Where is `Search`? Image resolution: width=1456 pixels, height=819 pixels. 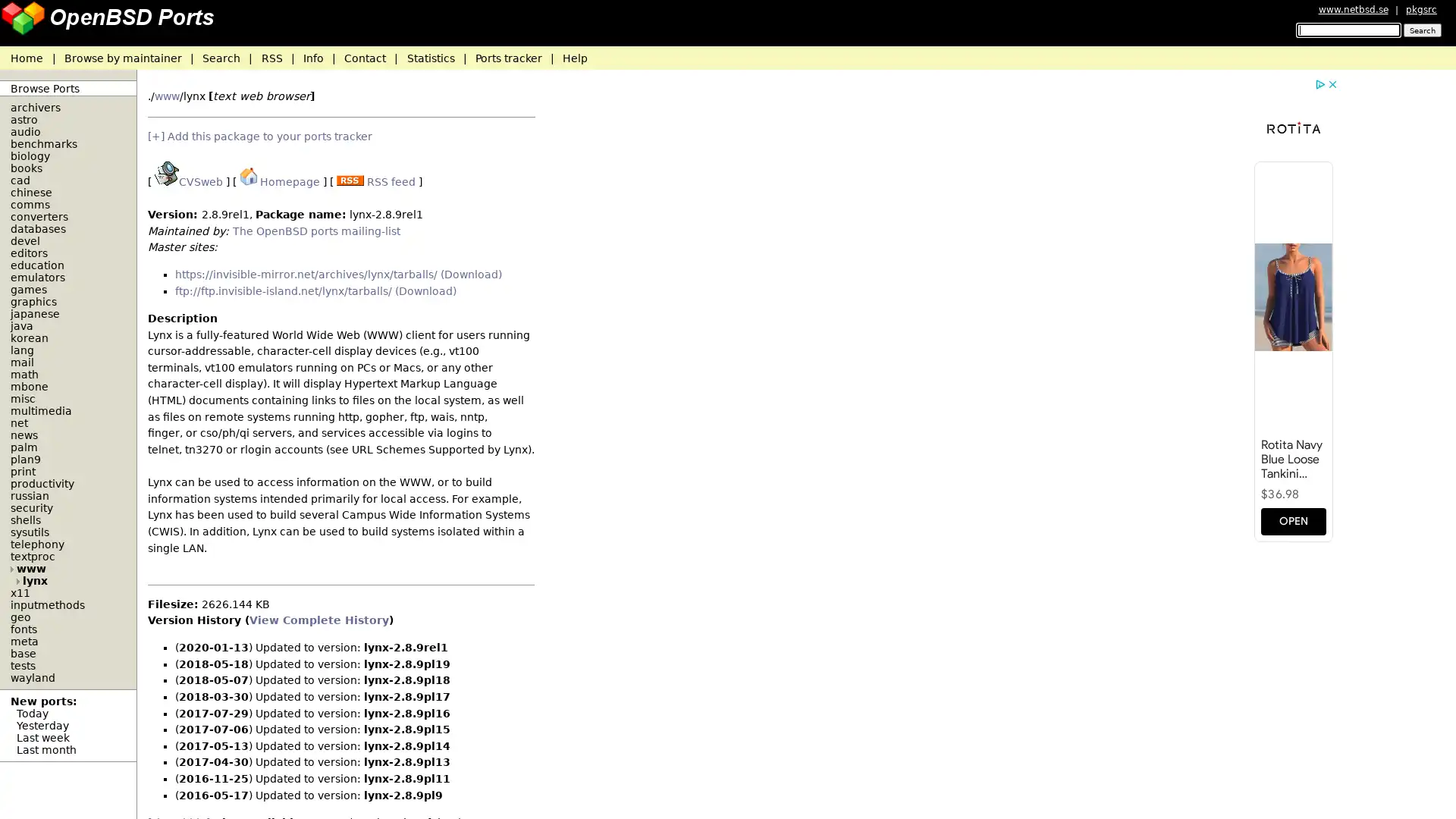
Search is located at coordinates (1421, 30).